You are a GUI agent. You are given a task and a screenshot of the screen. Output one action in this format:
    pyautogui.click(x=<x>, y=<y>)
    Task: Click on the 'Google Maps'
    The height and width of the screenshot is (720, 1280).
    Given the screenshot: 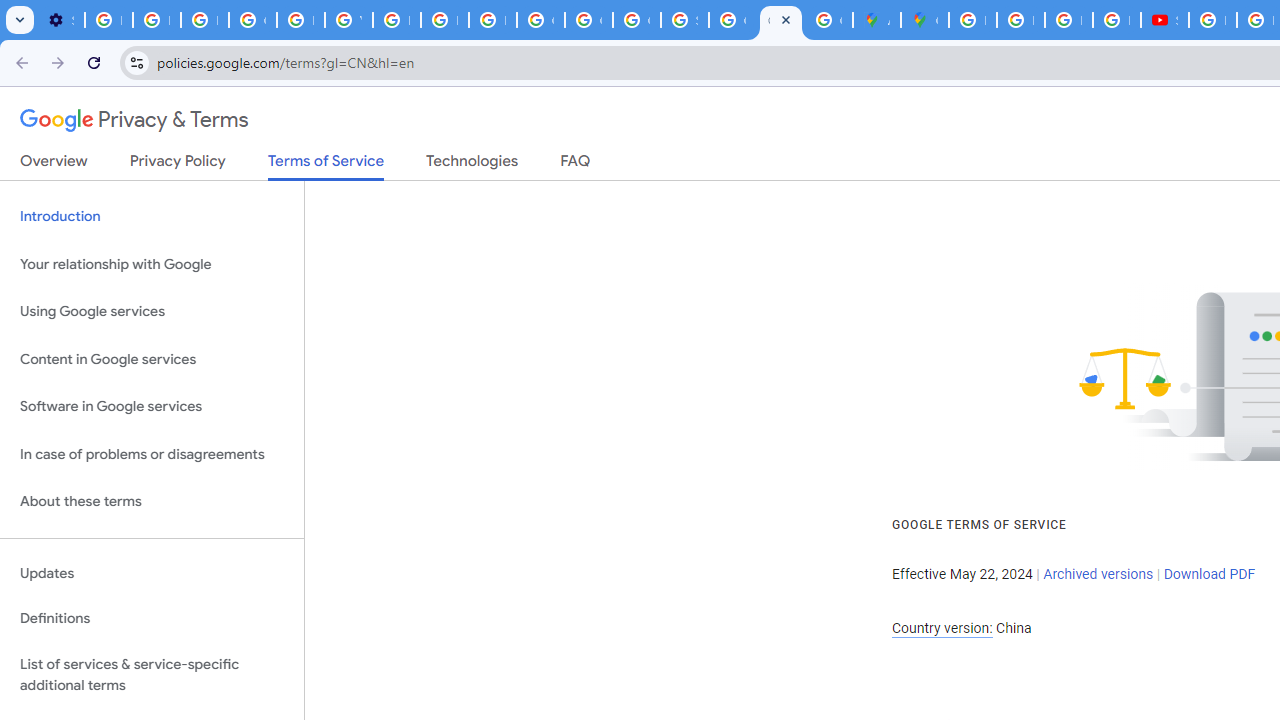 What is the action you would take?
    pyautogui.click(x=923, y=20)
    